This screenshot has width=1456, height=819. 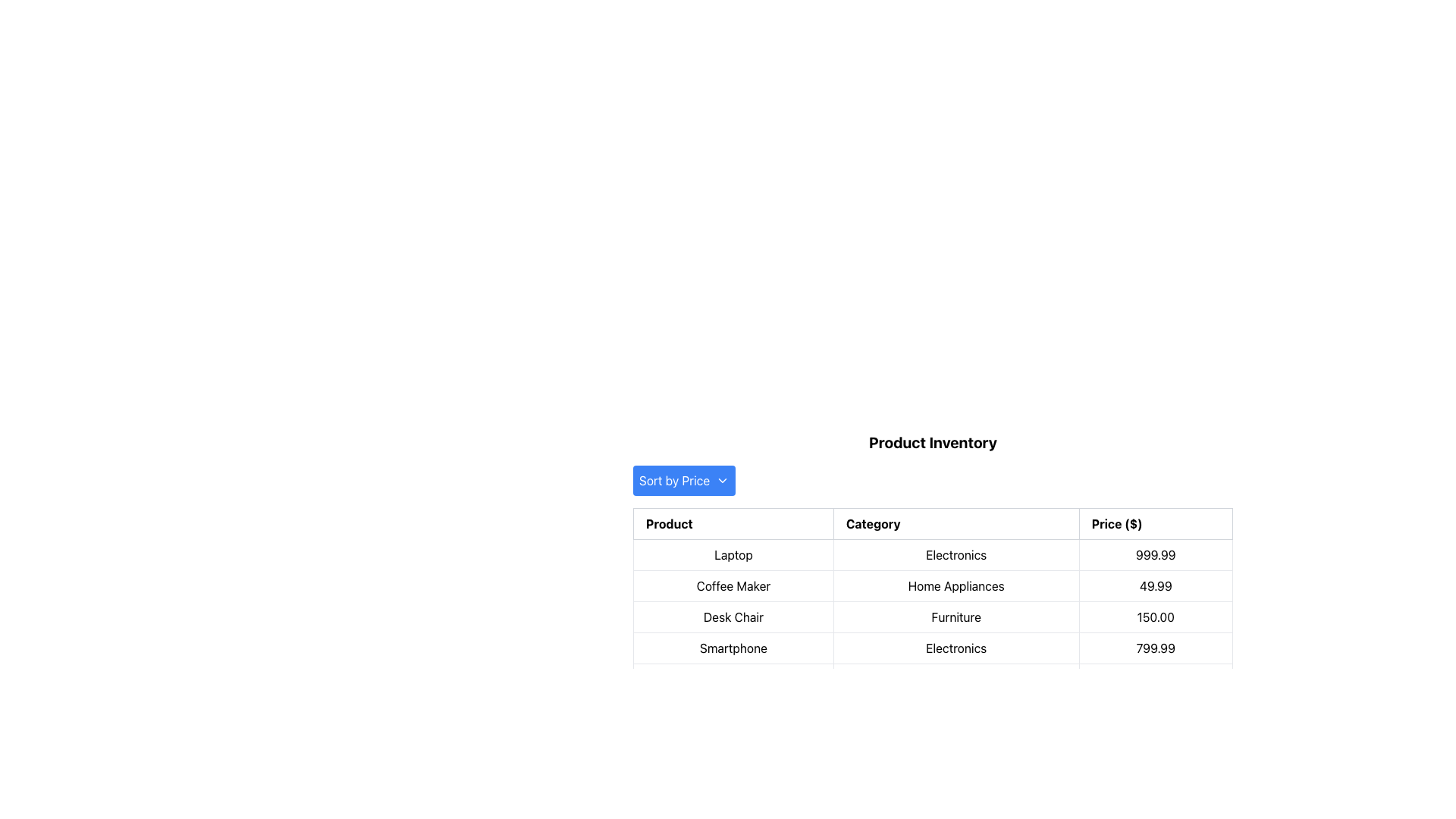 What do you see at coordinates (932, 563) in the screenshot?
I see `the table cell displaying the category information for the product 'Laptop' in the inventory table to highlight or select the text` at bounding box center [932, 563].